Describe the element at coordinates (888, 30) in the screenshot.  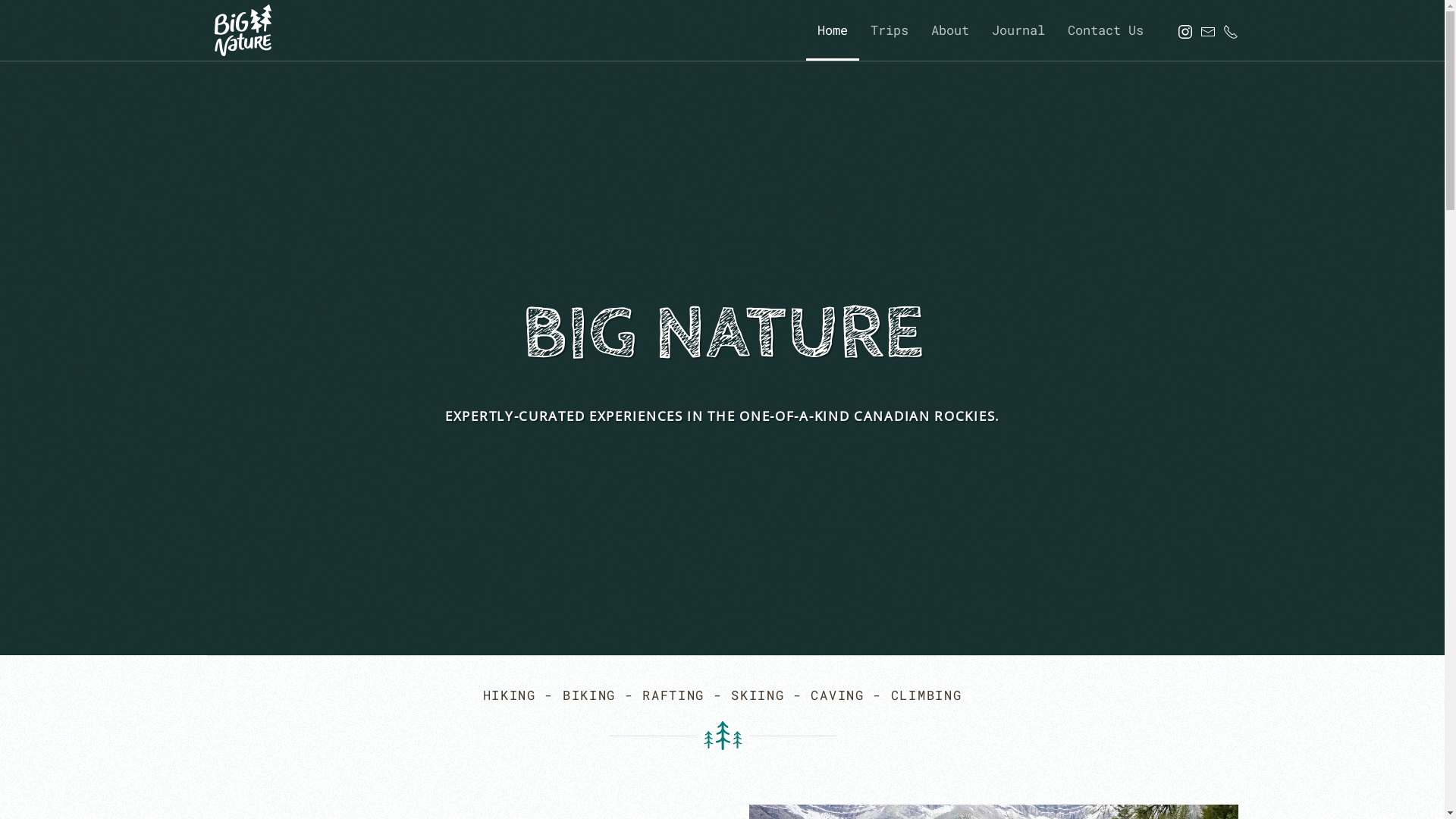
I see `'Trips'` at that location.